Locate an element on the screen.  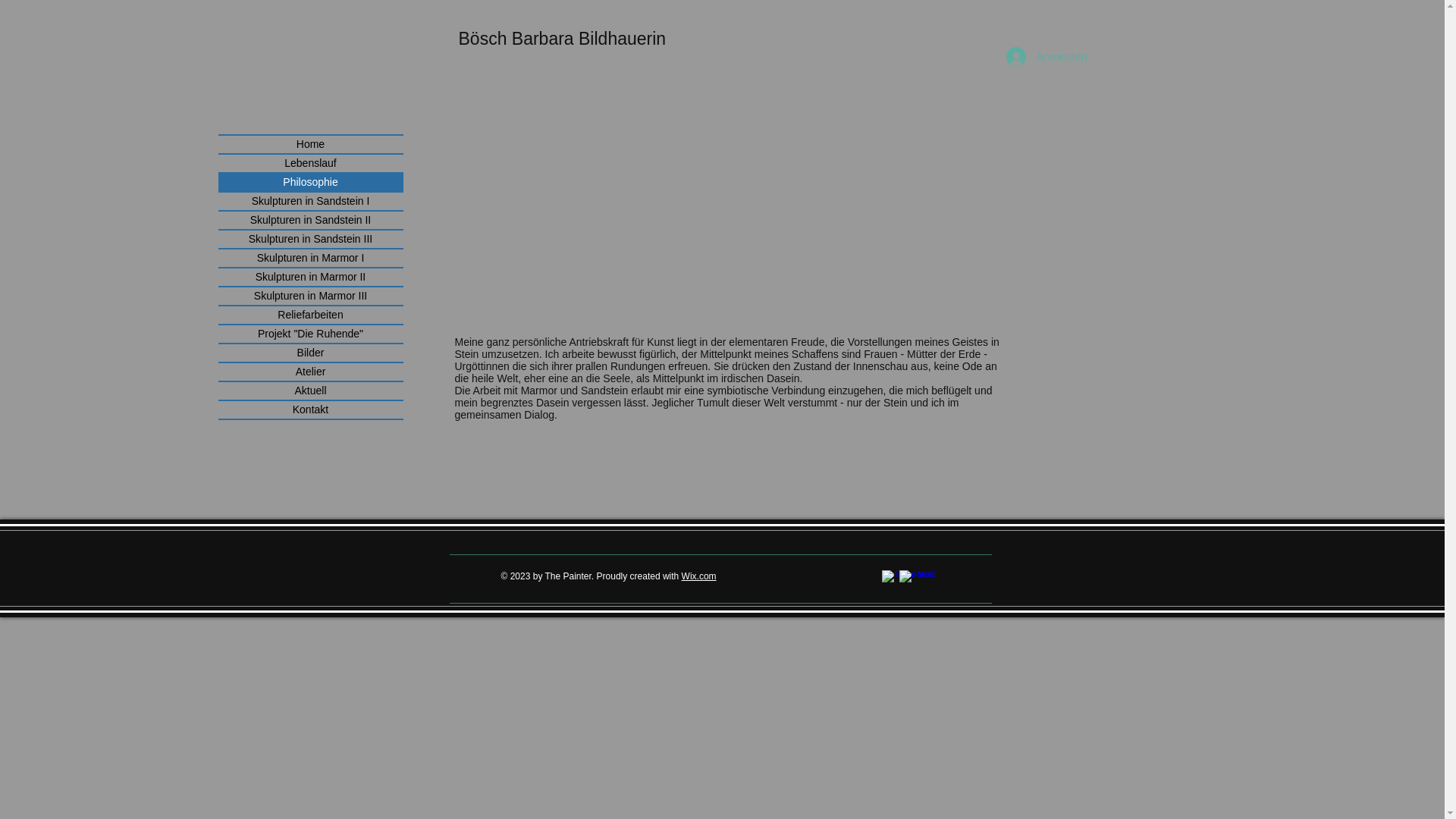
'Skulpturen in Sandstein III' is located at coordinates (309, 239).